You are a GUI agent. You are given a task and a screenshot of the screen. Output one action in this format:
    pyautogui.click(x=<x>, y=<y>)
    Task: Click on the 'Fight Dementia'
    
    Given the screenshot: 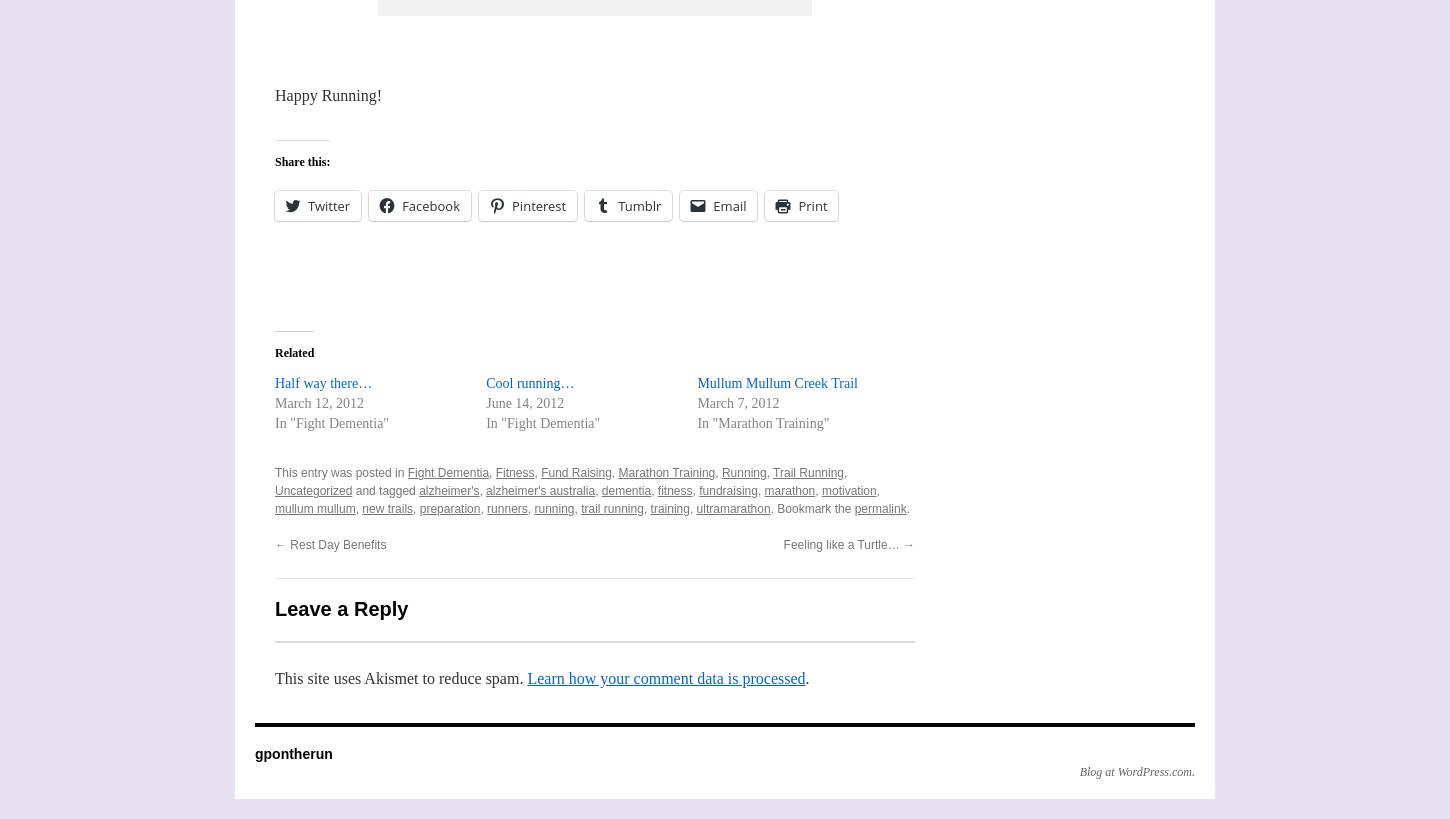 What is the action you would take?
    pyautogui.click(x=447, y=471)
    